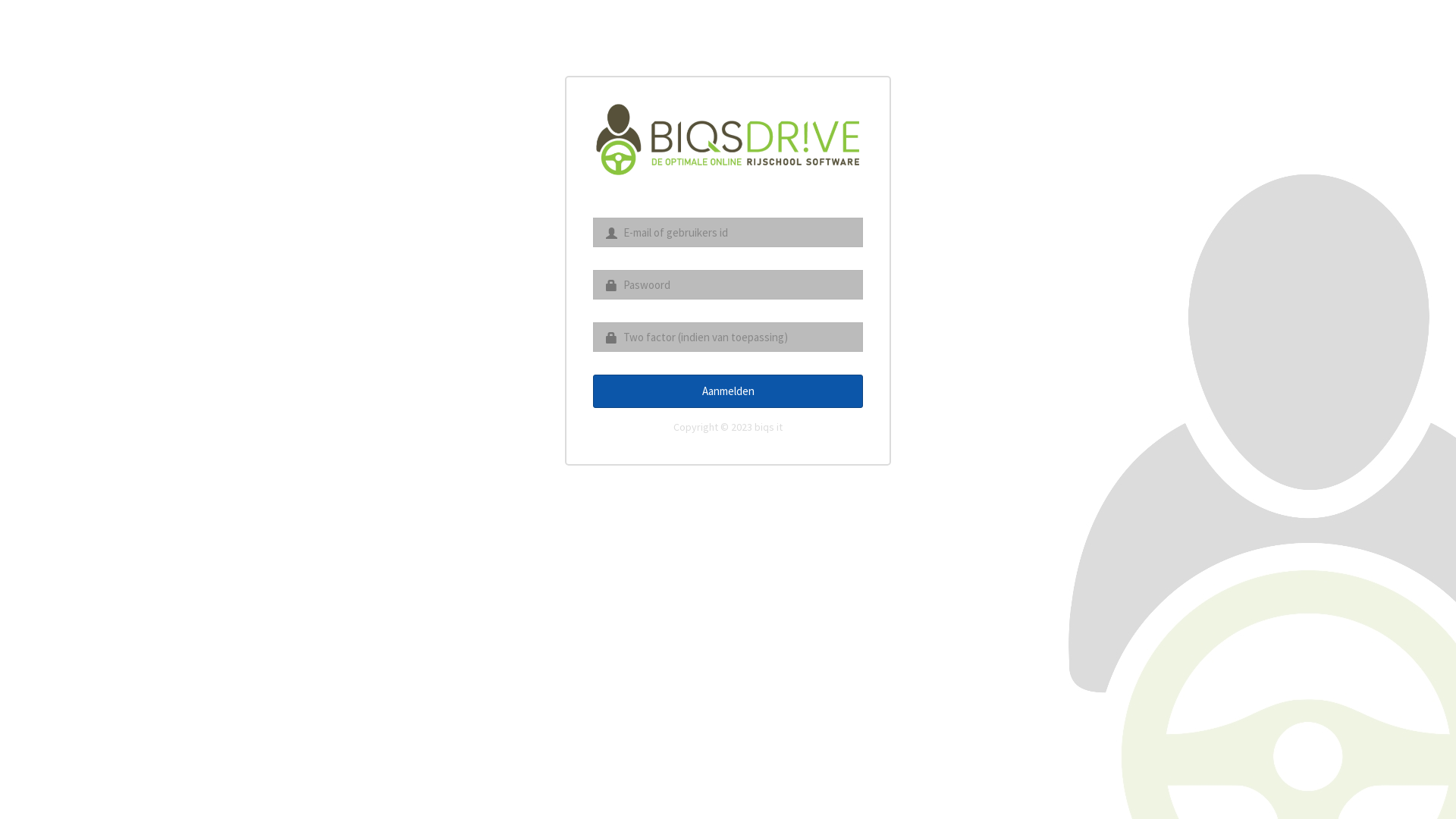 Image resolution: width=1456 pixels, height=819 pixels. Describe the element at coordinates (728, 390) in the screenshot. I see `'Aanmelden'` at that location.